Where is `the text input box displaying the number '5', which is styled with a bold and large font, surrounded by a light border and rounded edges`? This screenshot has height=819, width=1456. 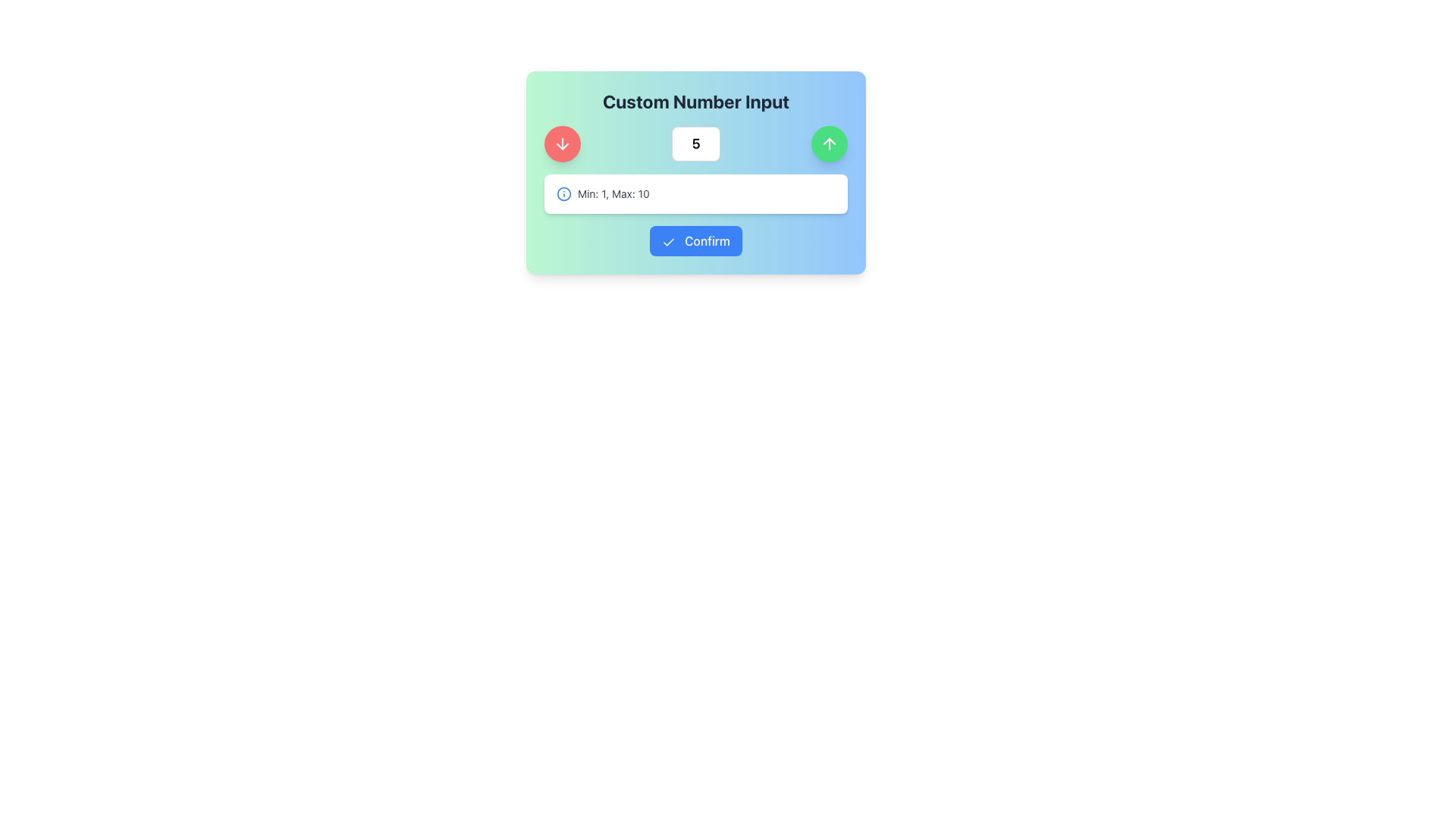 the text input box displaying the number '5', which is styled with a bold and large font, surrounded by a light border and rounded edges is located at coordinates (695, 143).